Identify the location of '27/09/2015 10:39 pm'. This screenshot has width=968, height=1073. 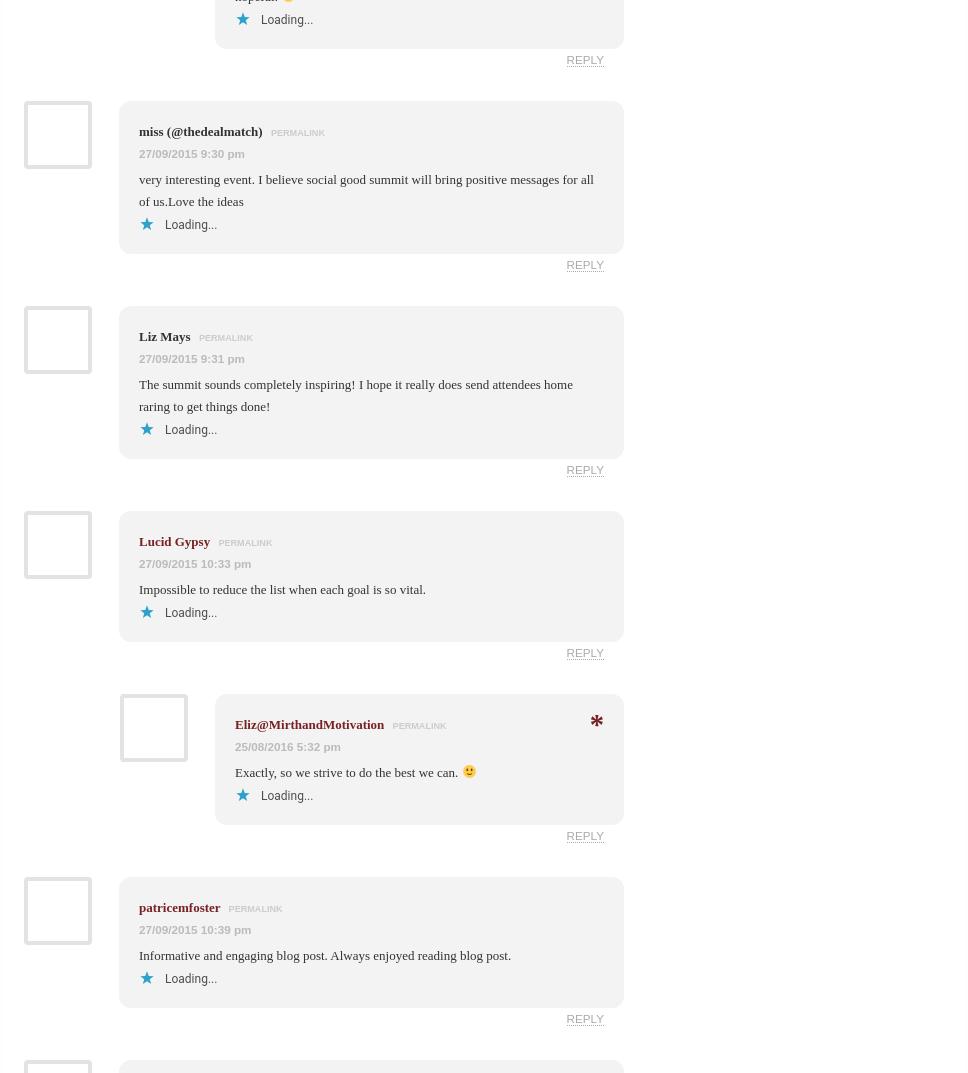
(194, 928).